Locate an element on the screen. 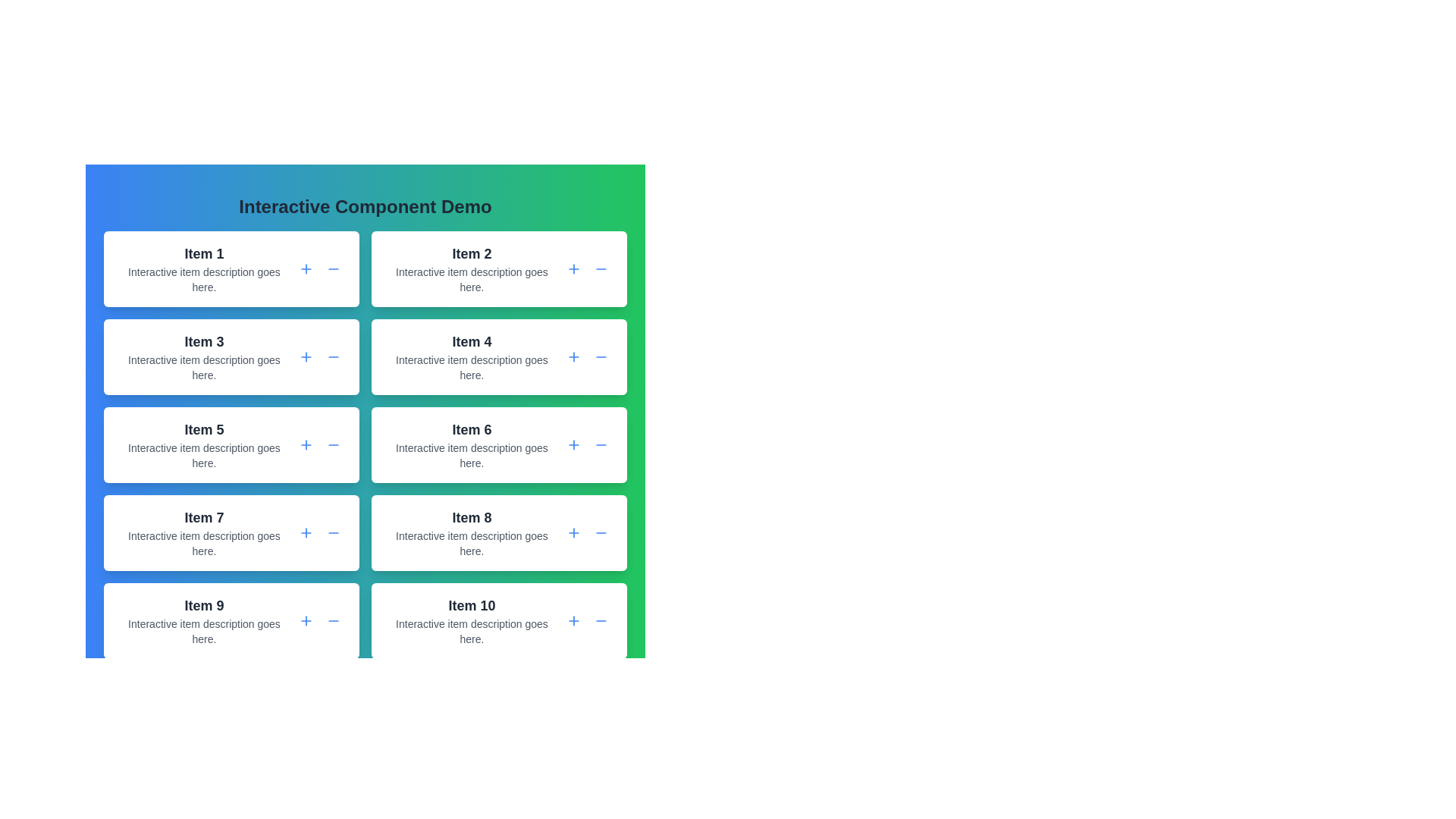 This screenshot has width=1456, height=819. the text label that reads 'Interactive item description goes here.', which is styled in a smaller font size and gray color, located immediately below the bold title 'Item 2' is located at coordinates (471, 280).